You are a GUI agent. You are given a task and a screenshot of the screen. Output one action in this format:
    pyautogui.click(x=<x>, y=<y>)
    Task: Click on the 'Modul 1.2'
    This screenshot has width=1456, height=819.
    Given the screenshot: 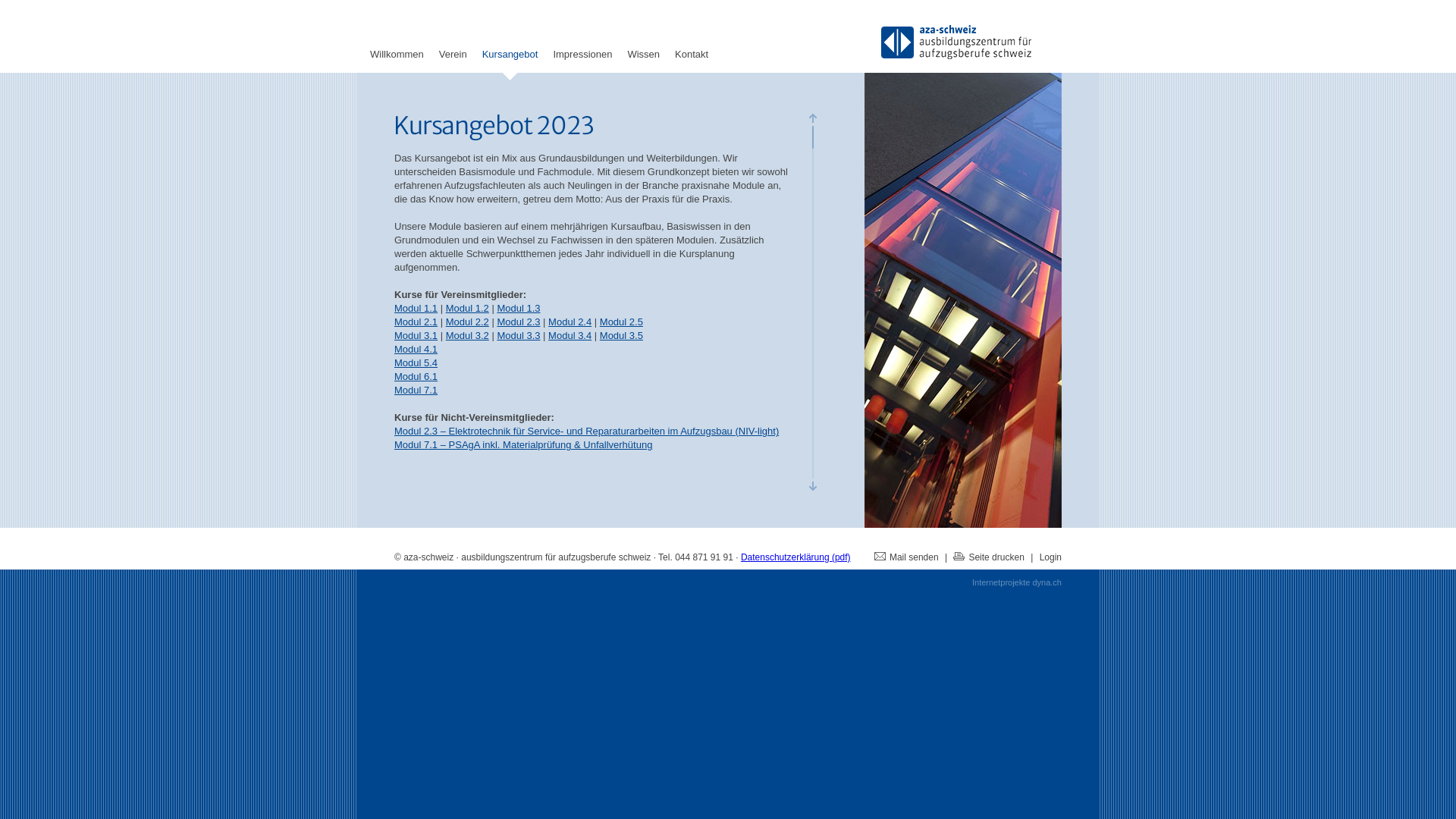 What is the action you would take?
    pyautogui.click(x=466, y=307)
    